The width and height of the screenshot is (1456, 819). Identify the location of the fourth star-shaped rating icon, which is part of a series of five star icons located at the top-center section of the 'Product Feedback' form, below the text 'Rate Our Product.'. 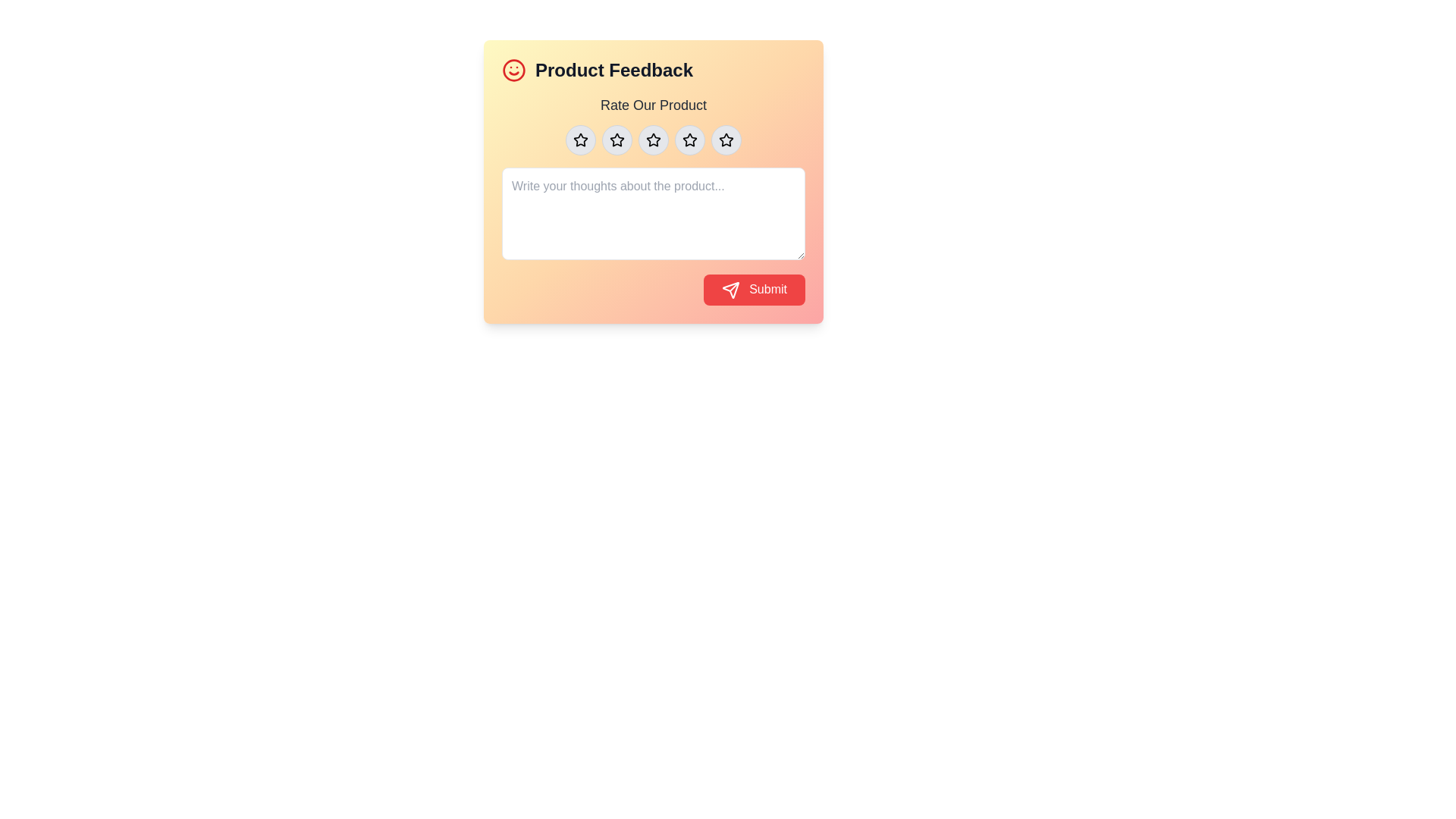
(688, 140).